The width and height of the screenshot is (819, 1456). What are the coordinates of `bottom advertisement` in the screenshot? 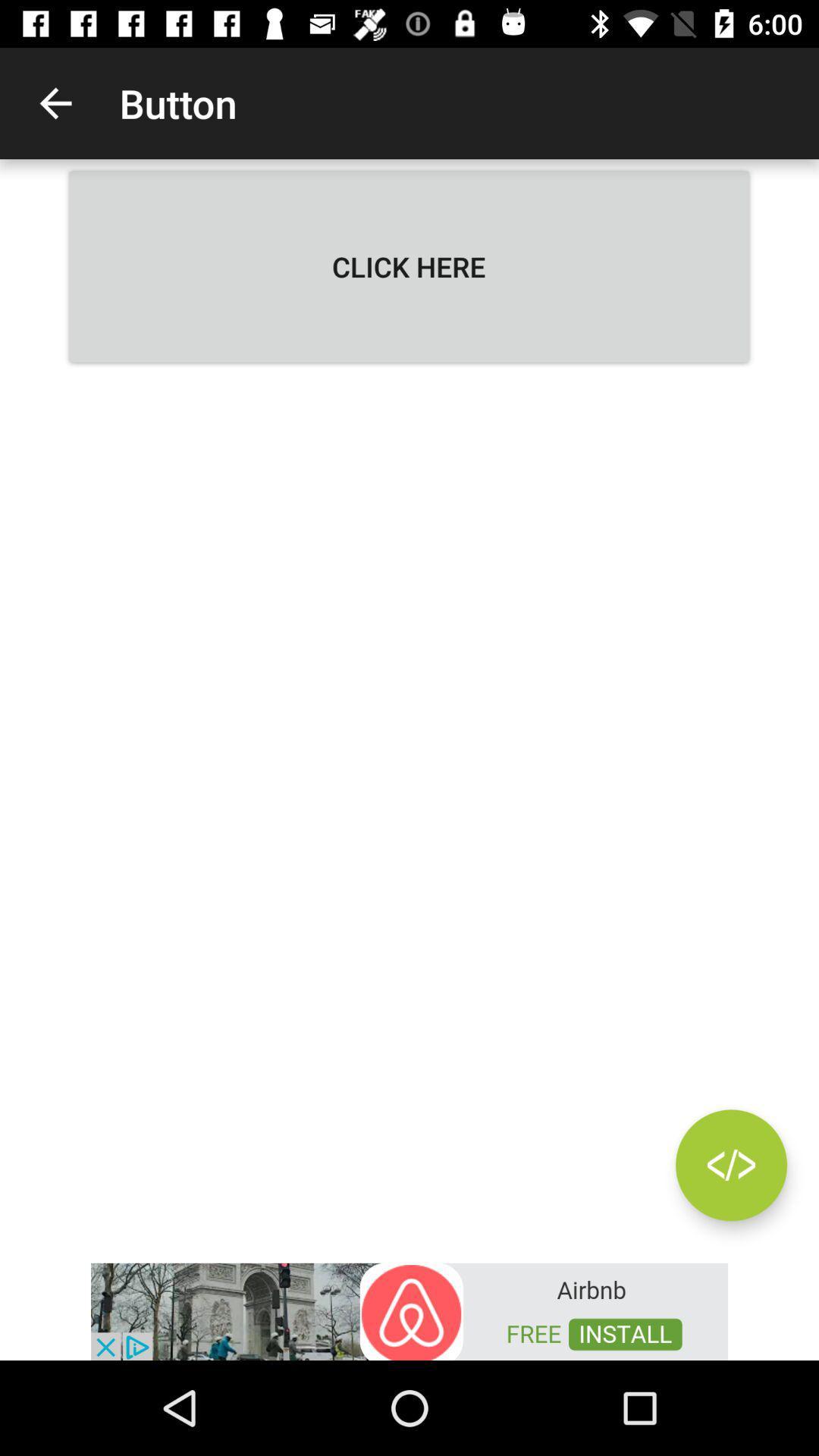 It's located at (409, 1310).